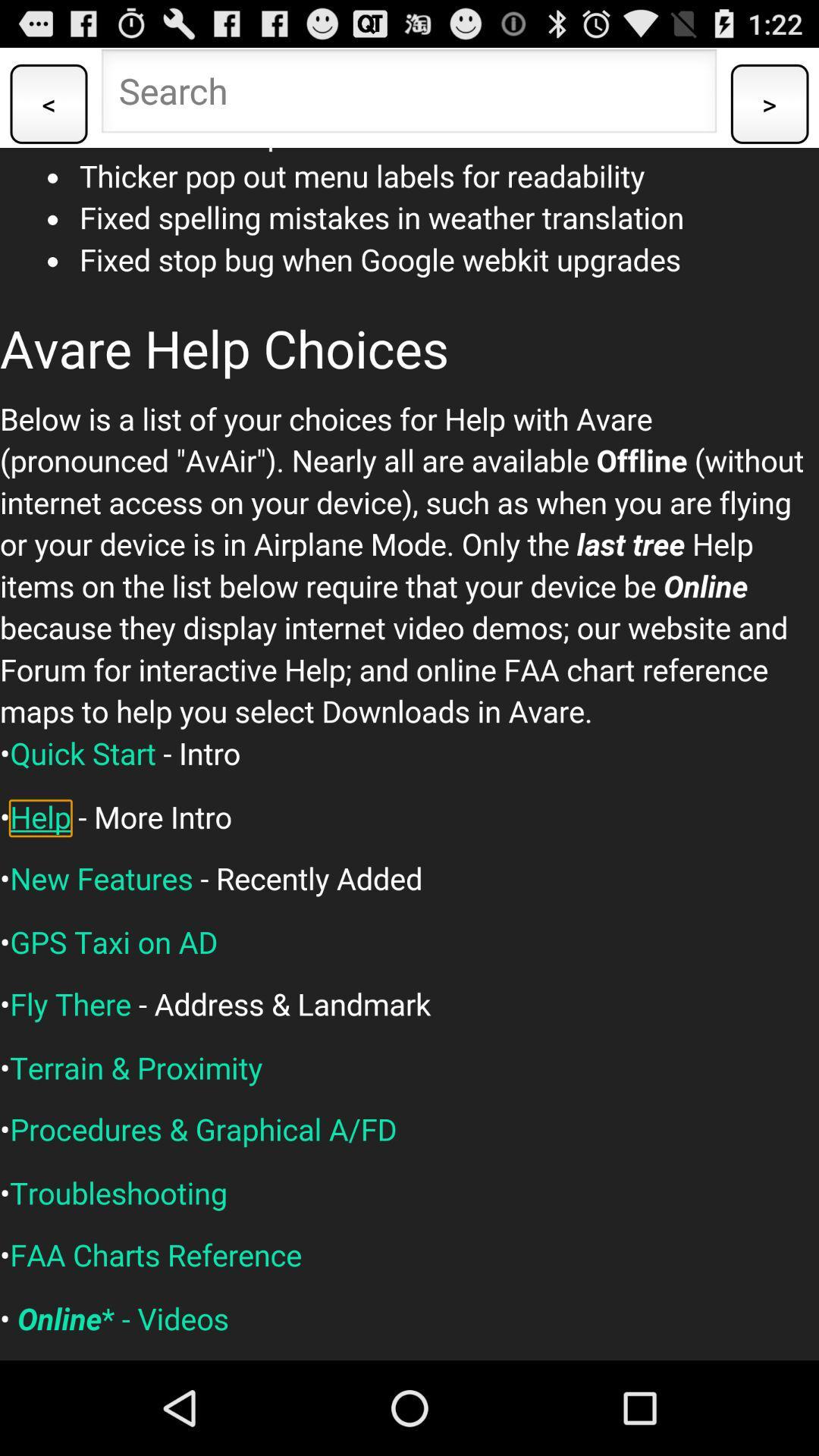 The height and width of the screenshot is (1456, 819). Describe the element at coordinates (409, 754) in the screenshot. I see `description` at that location.